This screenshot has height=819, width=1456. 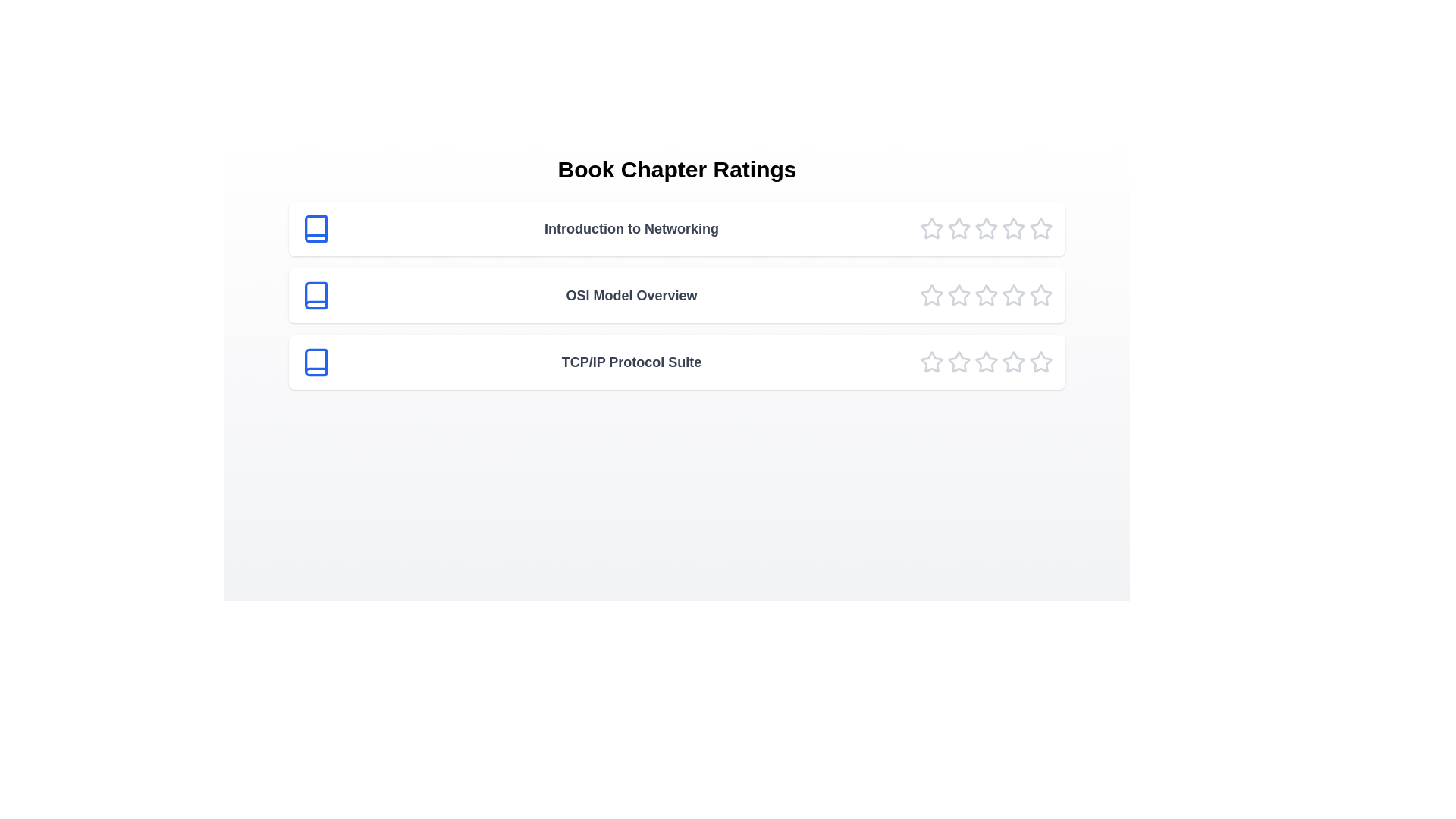 I want to click on the chapter icon for TCP/IP Protocol Suite to inspect it, so click(x=315, y=362).